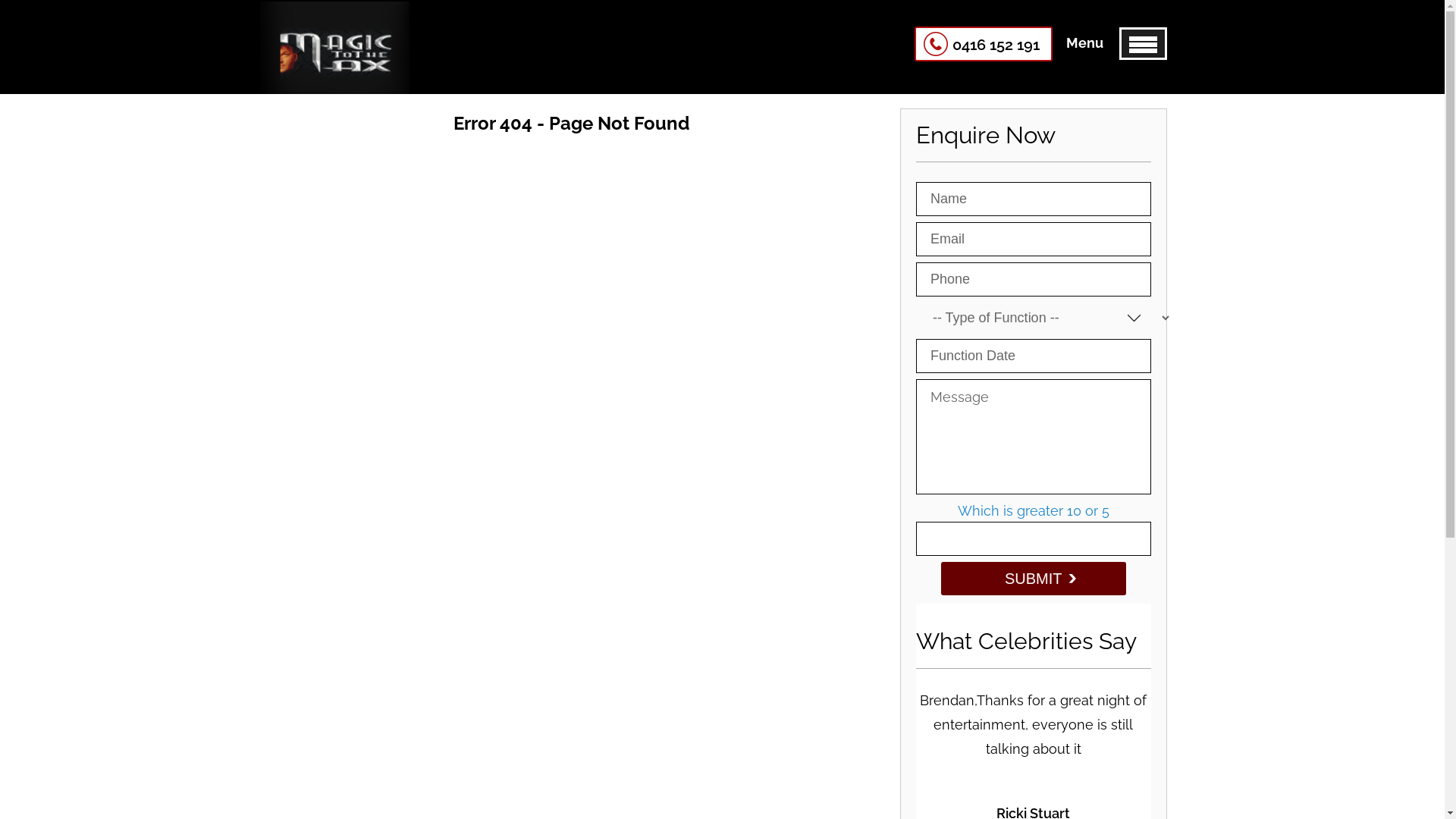  What do you see at coordinates (983, 42) in the screenshot?
I see `'0416 152 191'` at bounding box center [983, 42].